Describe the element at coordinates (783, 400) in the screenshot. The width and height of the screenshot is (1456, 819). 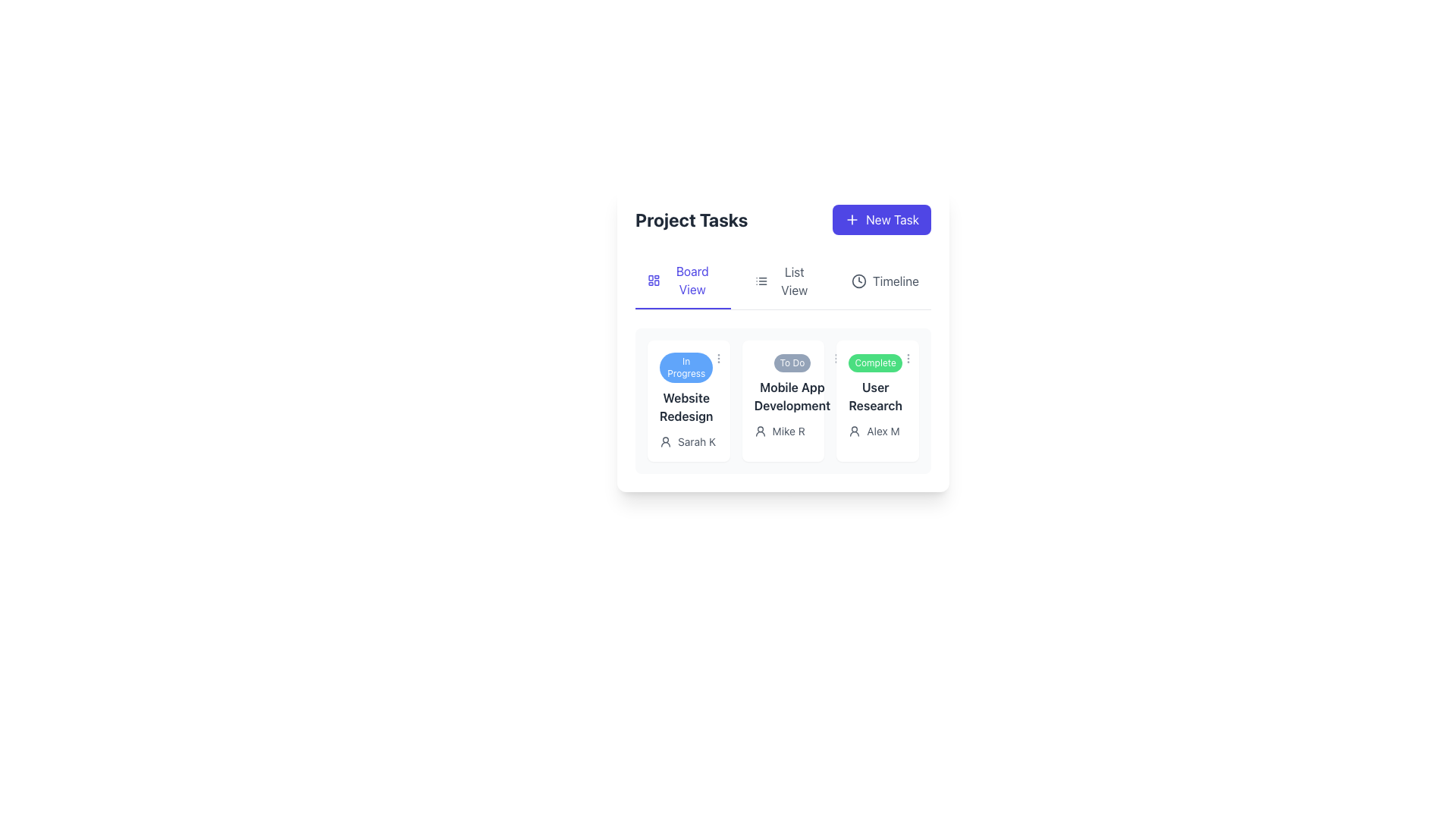
I see `the second card in the grid layout displaying task details, which has a white background and contains the 'To Do' tag and 'Mobile App Development' title` at that location.